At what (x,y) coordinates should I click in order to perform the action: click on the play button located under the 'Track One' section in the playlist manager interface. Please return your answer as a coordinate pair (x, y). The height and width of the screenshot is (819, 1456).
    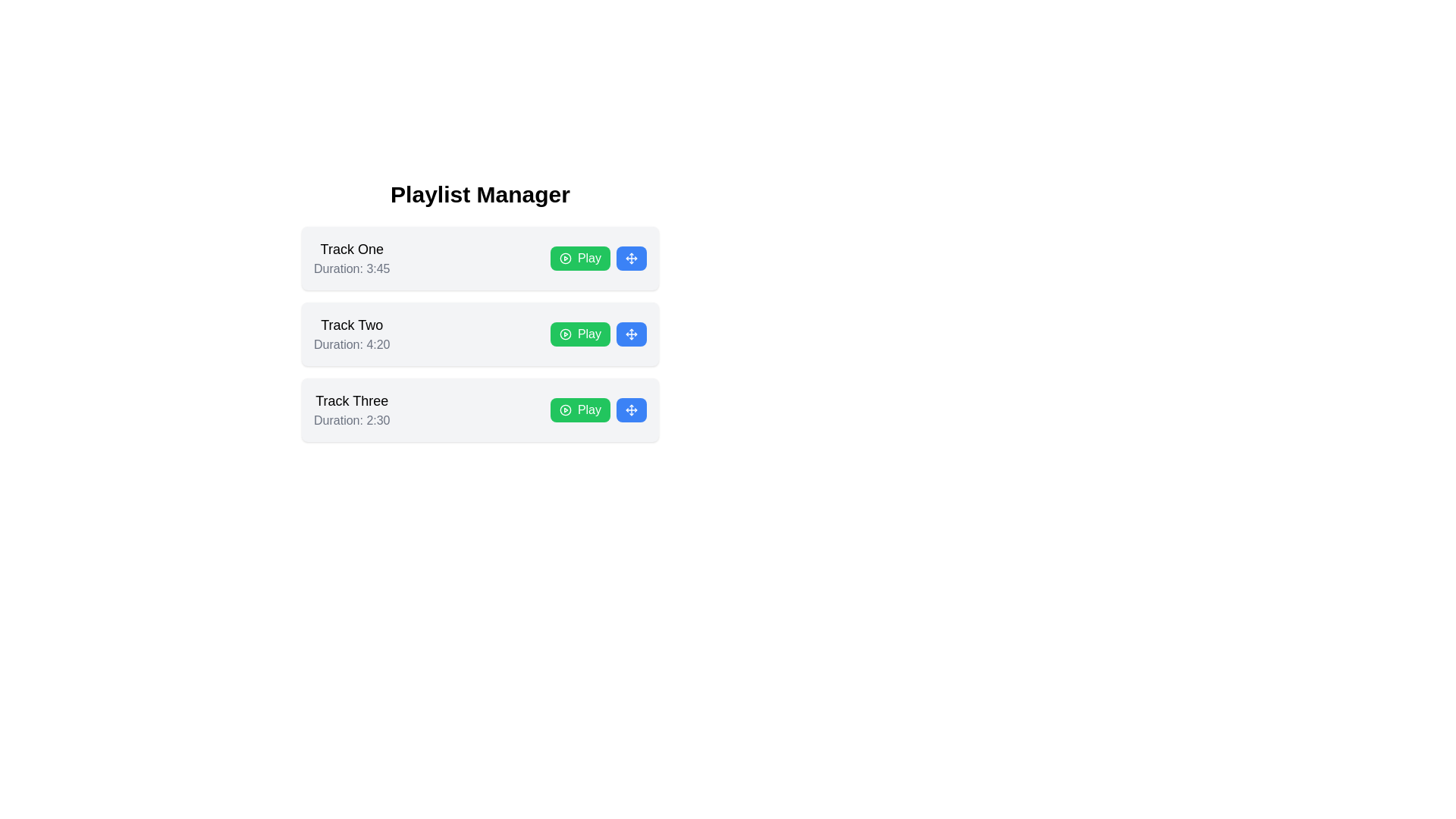
    Looking at the image, I should click on (579, 257).